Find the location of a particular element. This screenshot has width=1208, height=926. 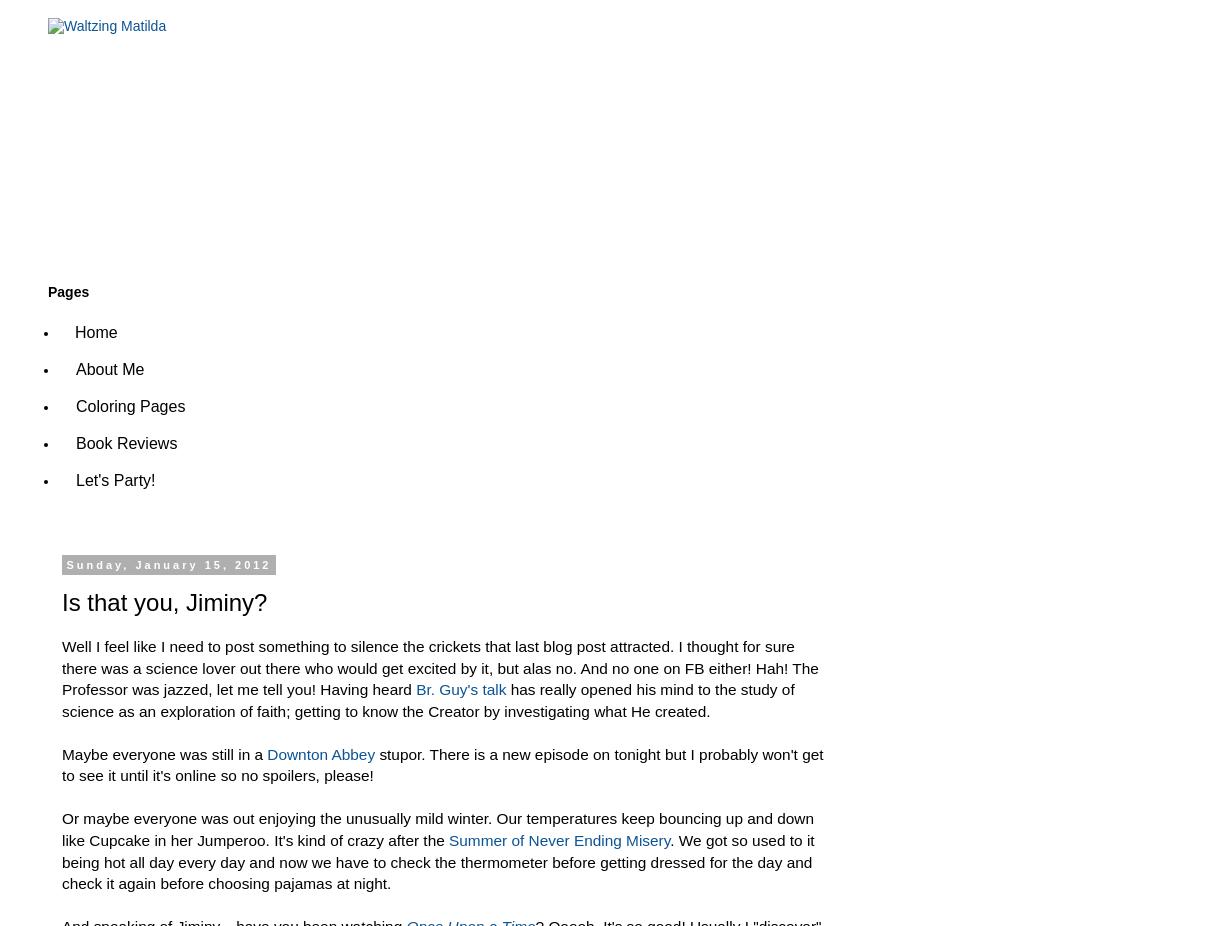

'Br. Guy's talk' is located at coordinates (463, 688).